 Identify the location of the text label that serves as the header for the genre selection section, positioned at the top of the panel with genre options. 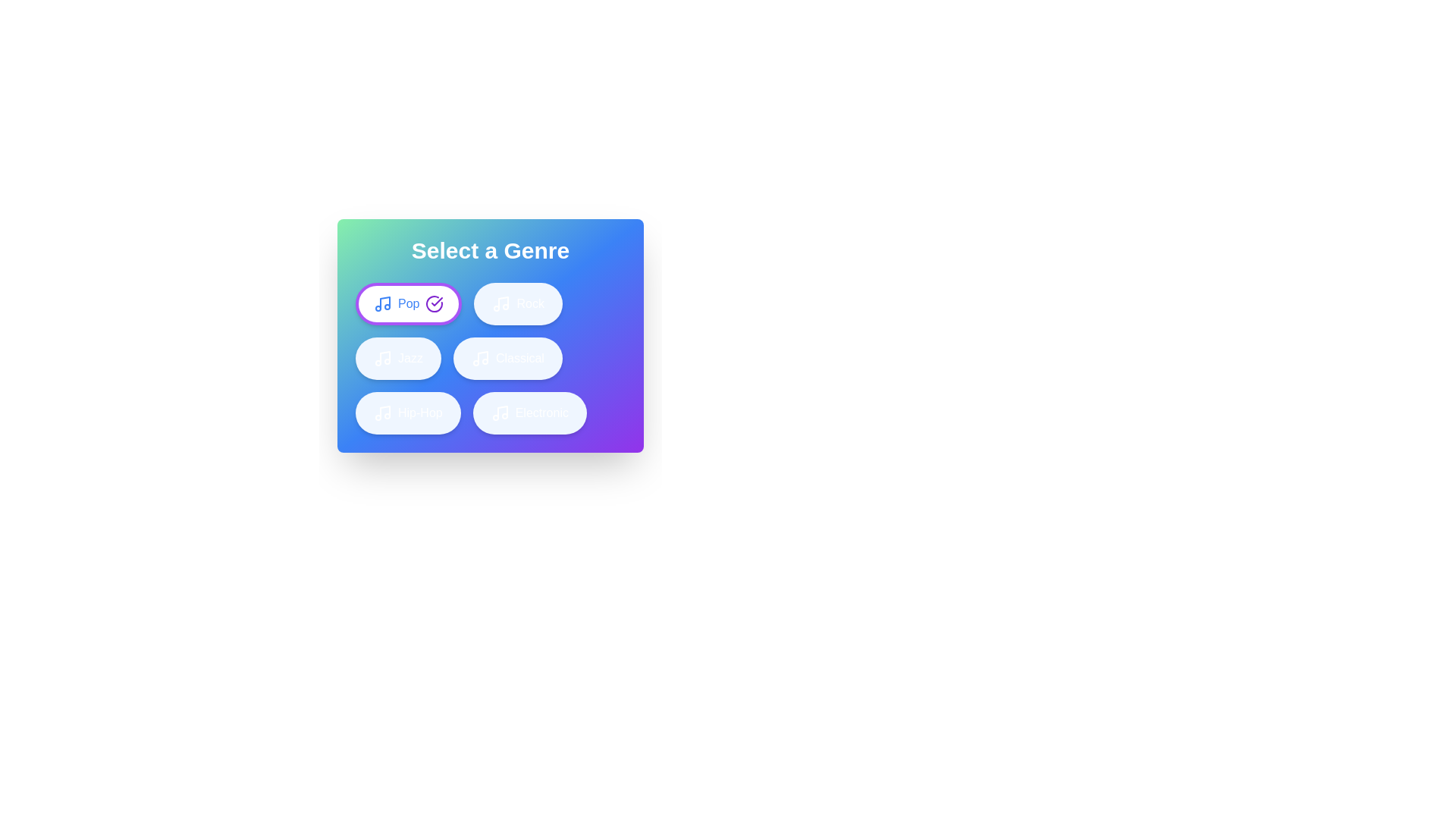
(491, 250).